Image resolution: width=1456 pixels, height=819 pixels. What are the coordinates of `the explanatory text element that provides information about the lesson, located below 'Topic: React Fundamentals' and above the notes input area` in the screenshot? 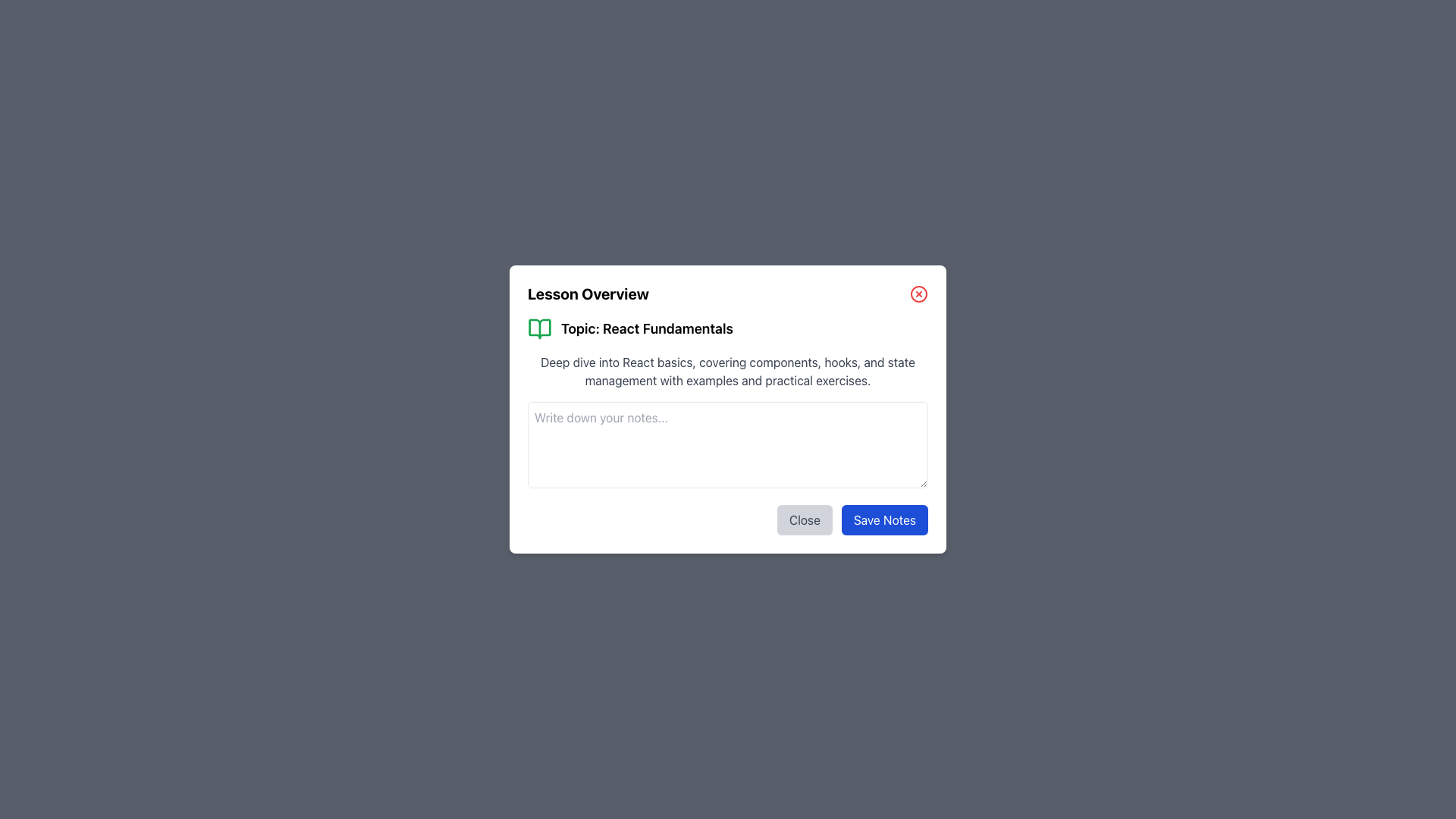 It's located at (728, 371).